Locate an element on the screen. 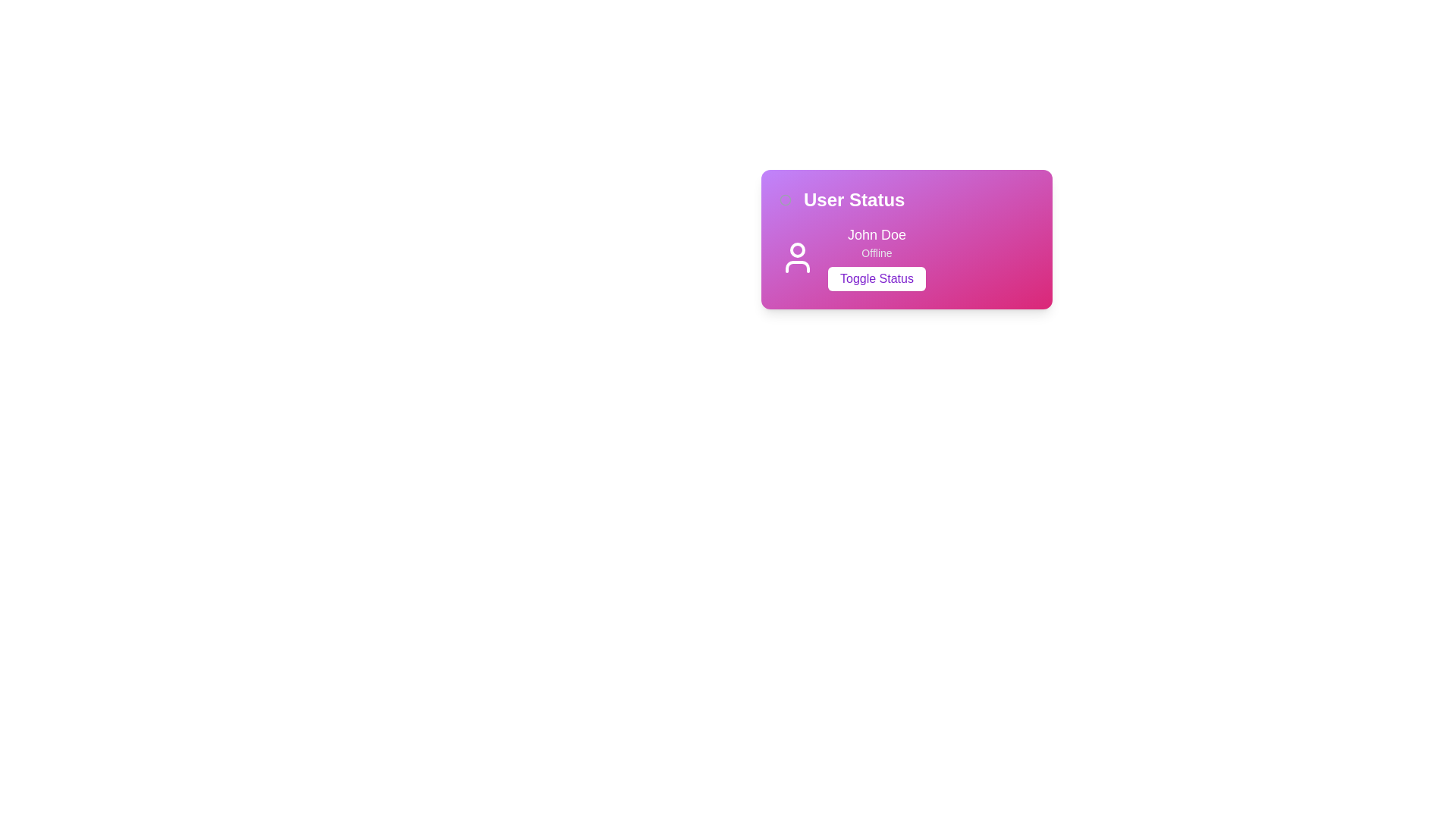 This screenshot has height=819, width=1456. the circular graphic element on the left side of the panel containing 'User Status' is located at coordinates (786, 199).